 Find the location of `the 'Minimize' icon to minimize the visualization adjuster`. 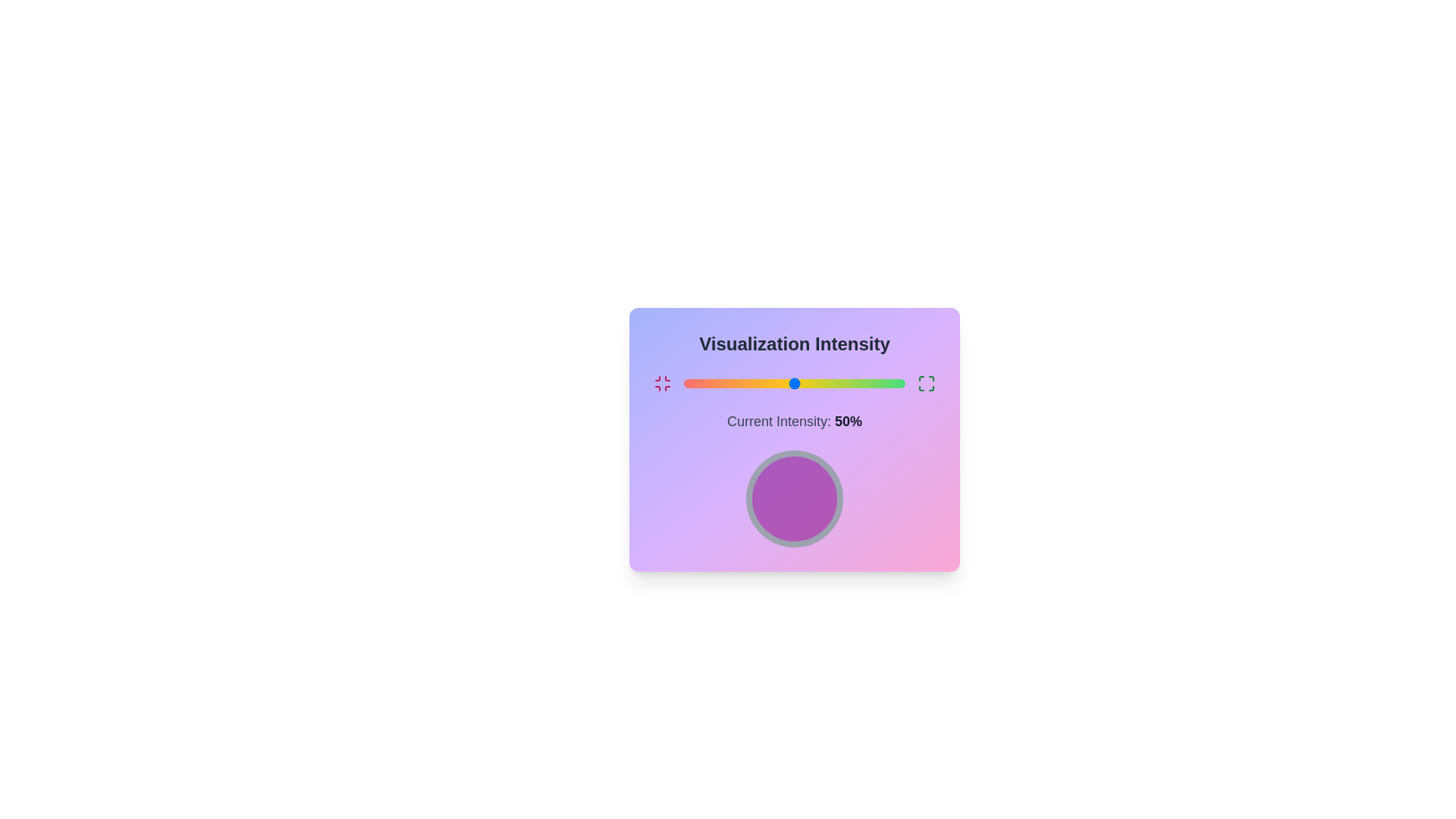

the 'Minimize' icon to minimize the visualization adjuster is located at coordinates (662, 382).